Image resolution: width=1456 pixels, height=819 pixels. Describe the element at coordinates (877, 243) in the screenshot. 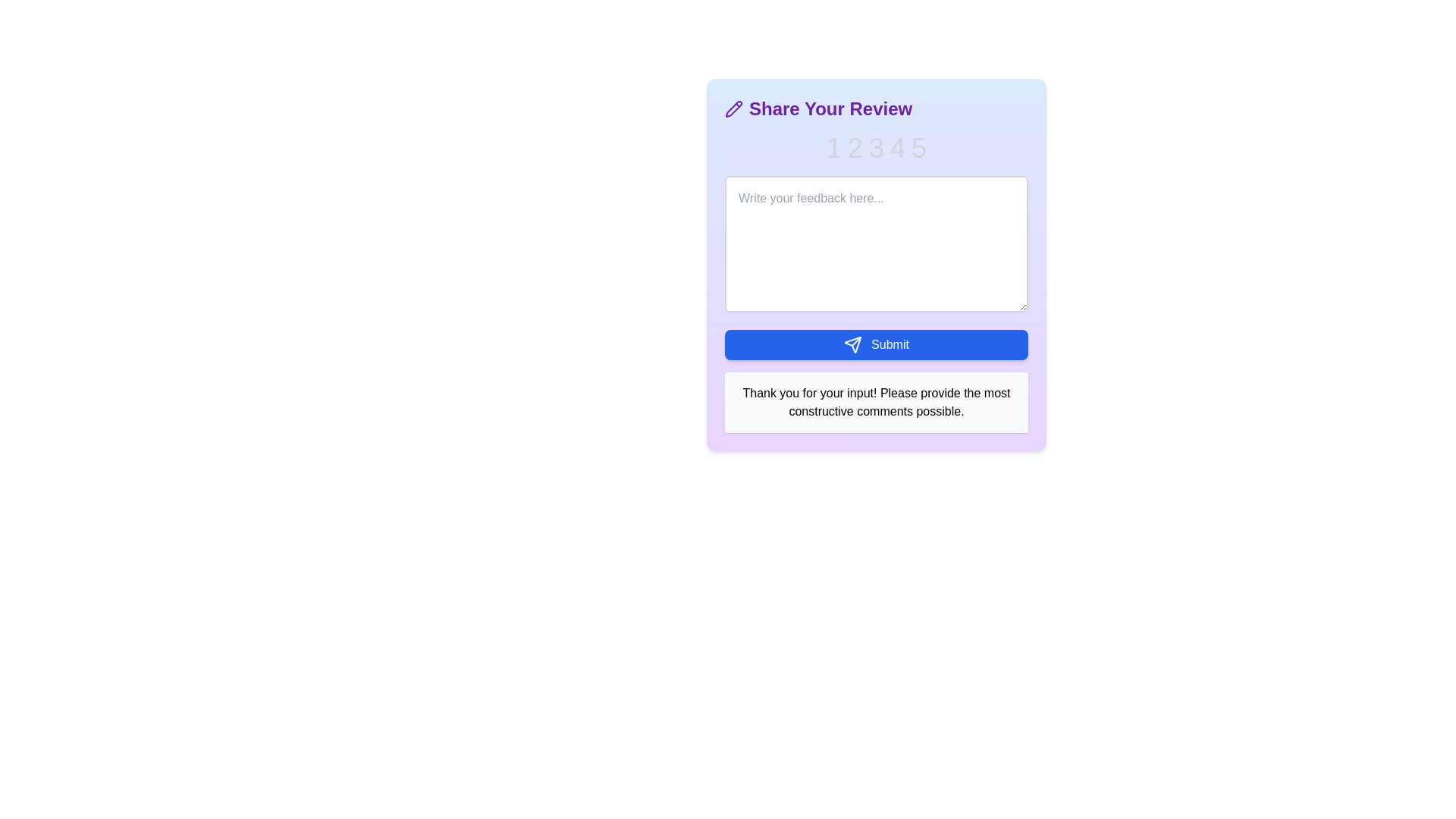

I see `the feedback textarea and input the text 'This is my feedback.'` at that location.